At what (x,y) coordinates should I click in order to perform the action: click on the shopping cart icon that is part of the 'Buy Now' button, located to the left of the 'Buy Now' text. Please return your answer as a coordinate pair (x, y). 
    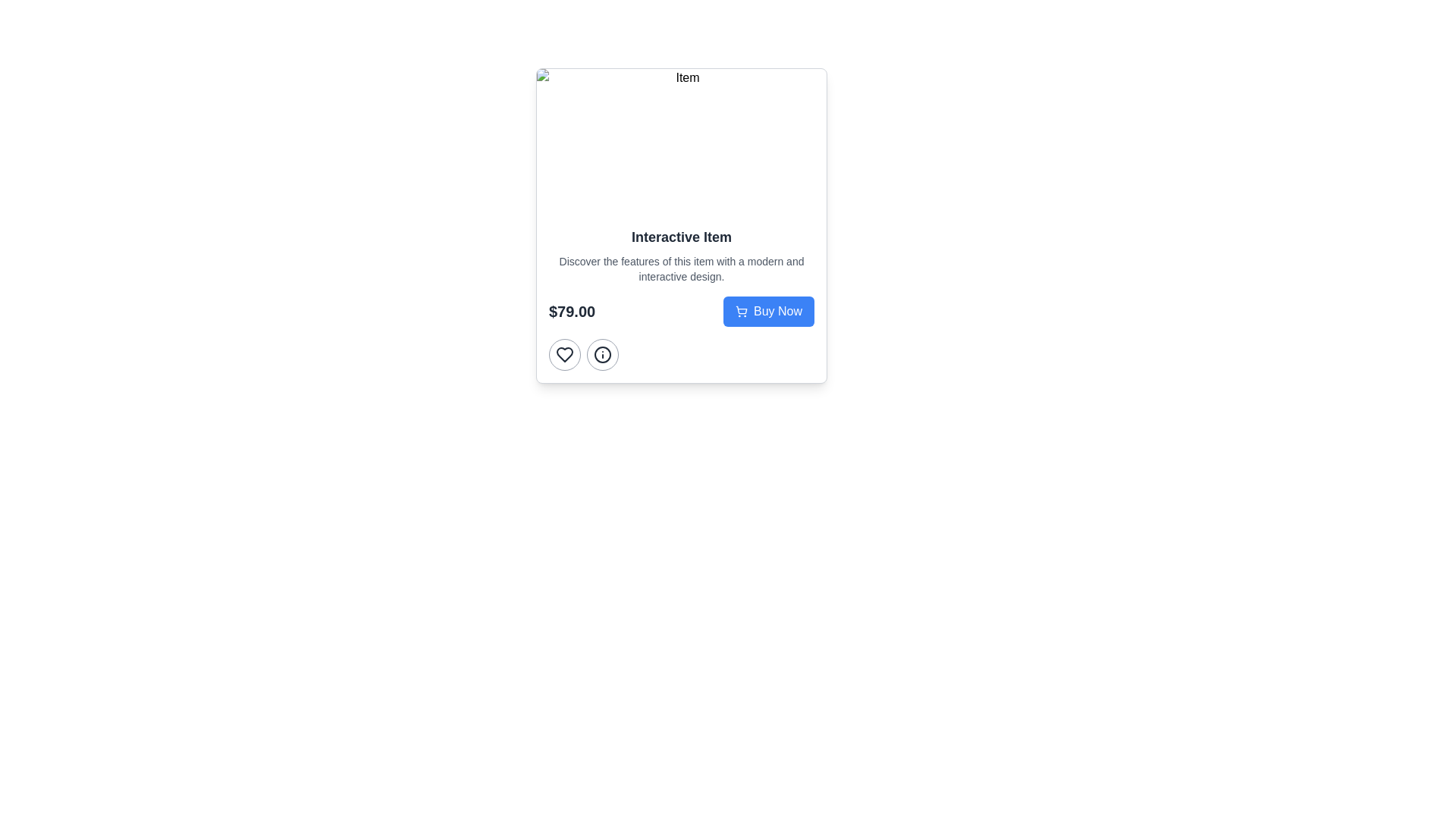
    Looking at the image, I should click on (742, 311).